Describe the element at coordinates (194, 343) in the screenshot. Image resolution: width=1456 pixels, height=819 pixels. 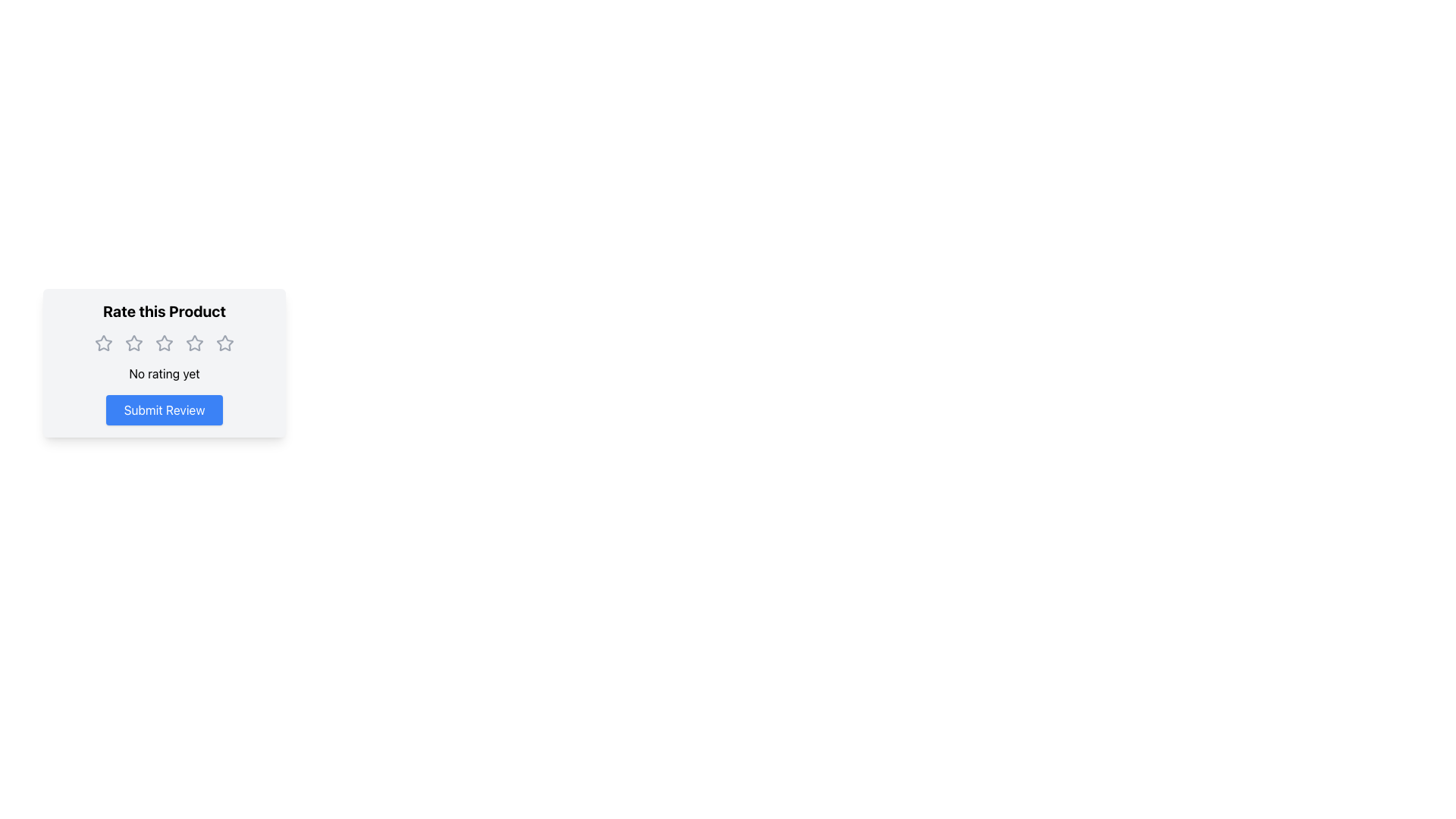
I see `the third star in the horizontal row of five stars` at that location.